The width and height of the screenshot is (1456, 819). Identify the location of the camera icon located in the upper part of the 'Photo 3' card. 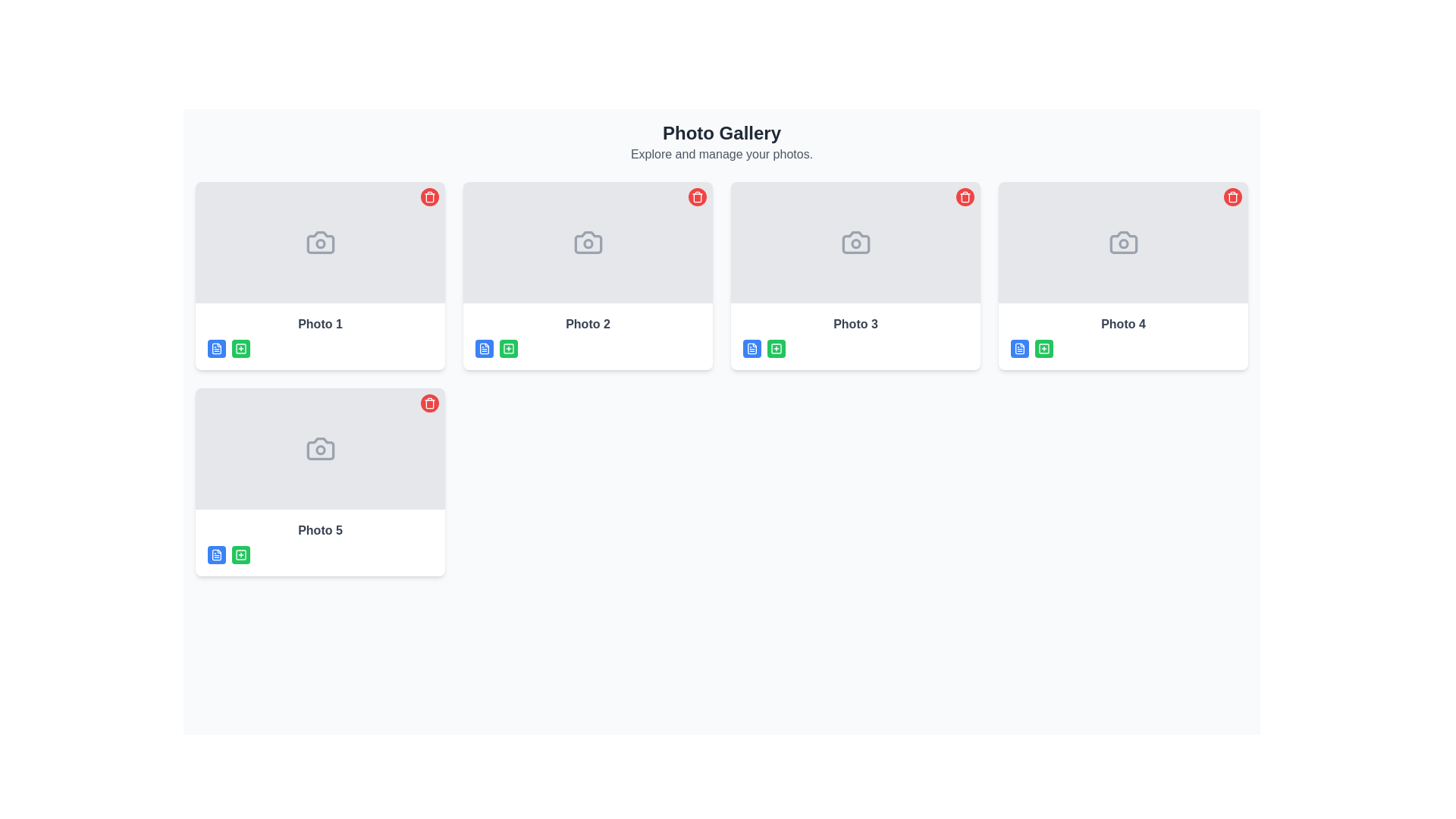
(855, 242).